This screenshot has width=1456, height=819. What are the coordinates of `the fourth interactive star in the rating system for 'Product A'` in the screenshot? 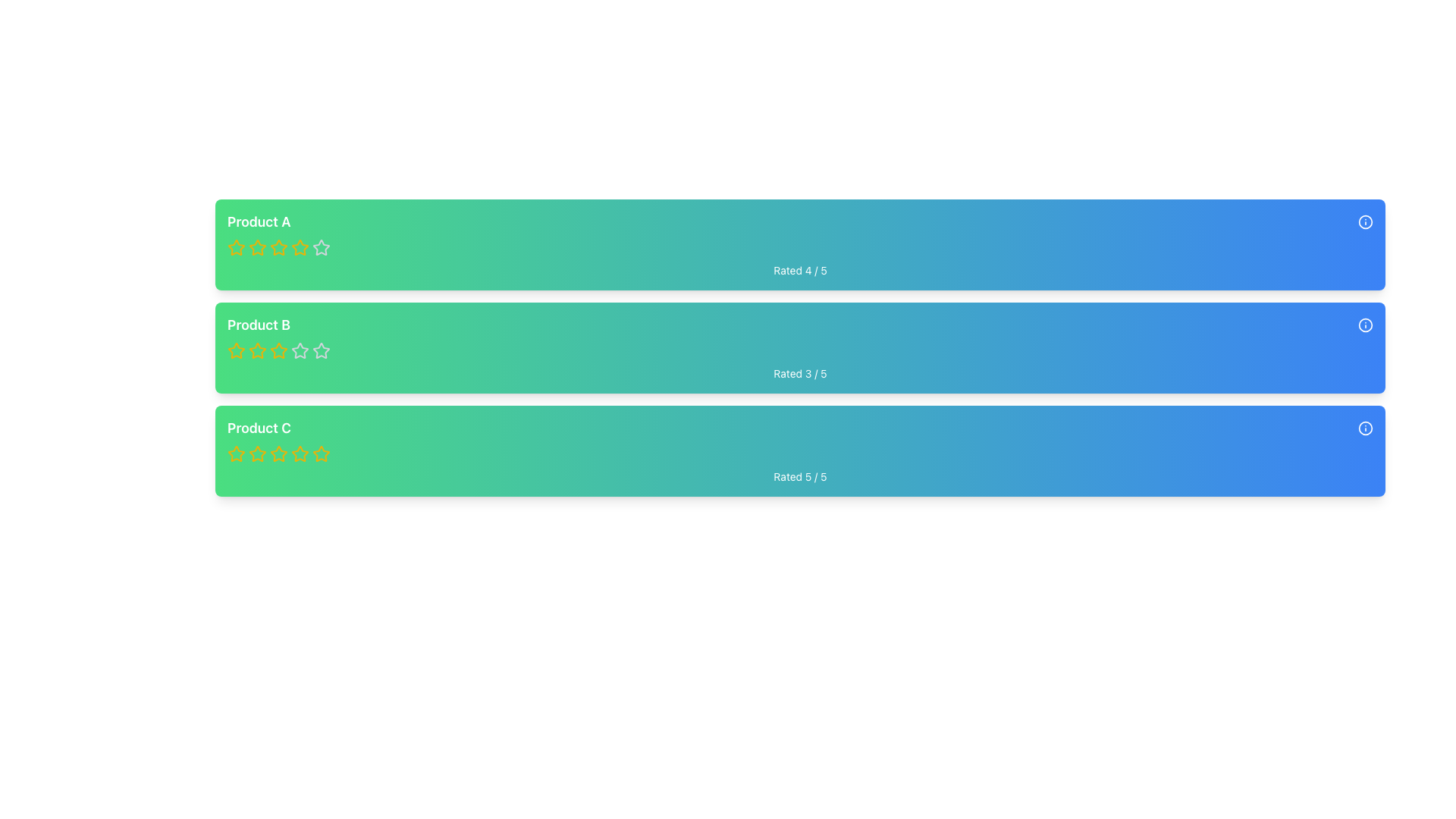 It's located at (279, 246).